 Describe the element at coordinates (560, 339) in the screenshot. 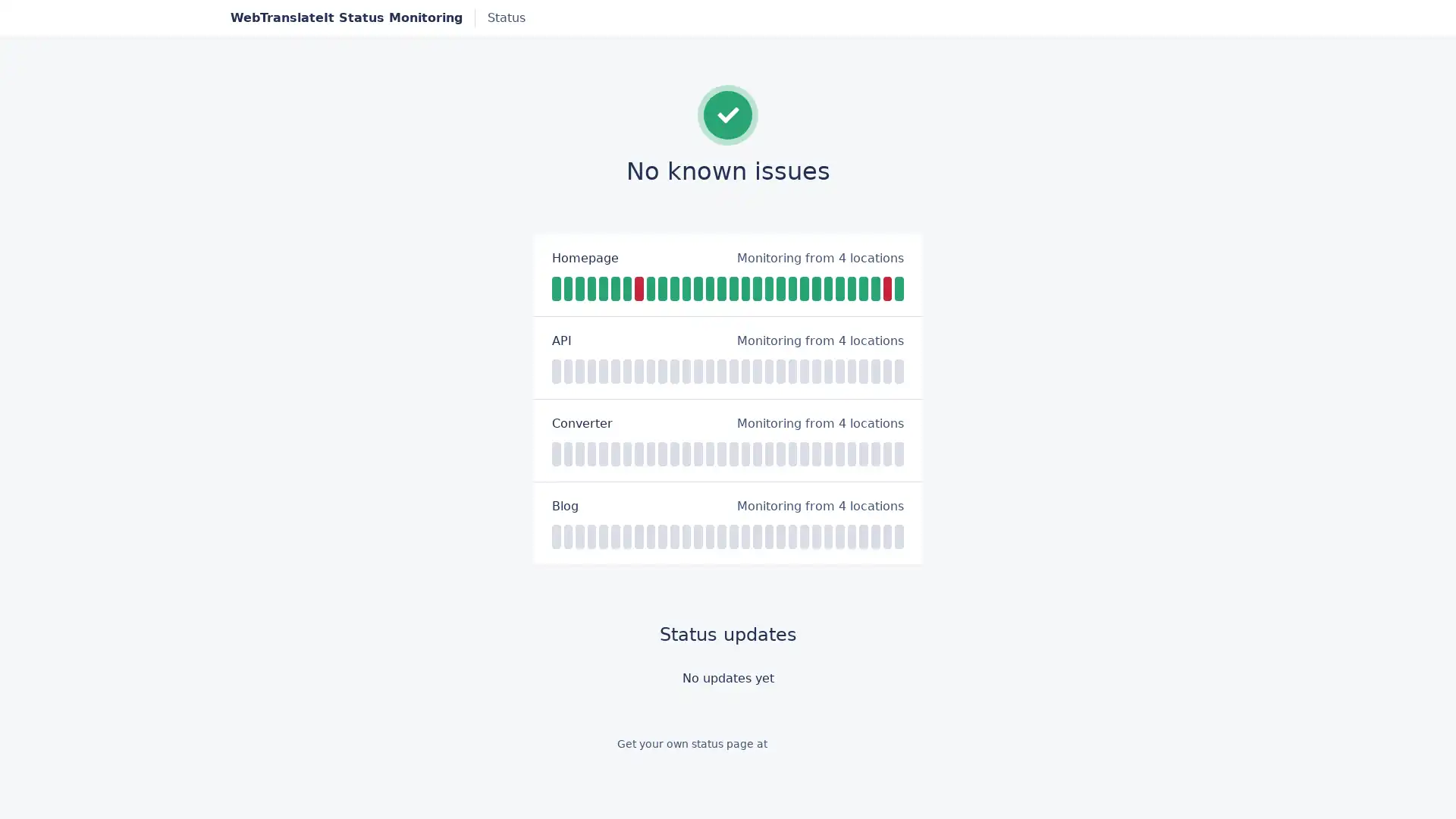

I see `API` at that location.